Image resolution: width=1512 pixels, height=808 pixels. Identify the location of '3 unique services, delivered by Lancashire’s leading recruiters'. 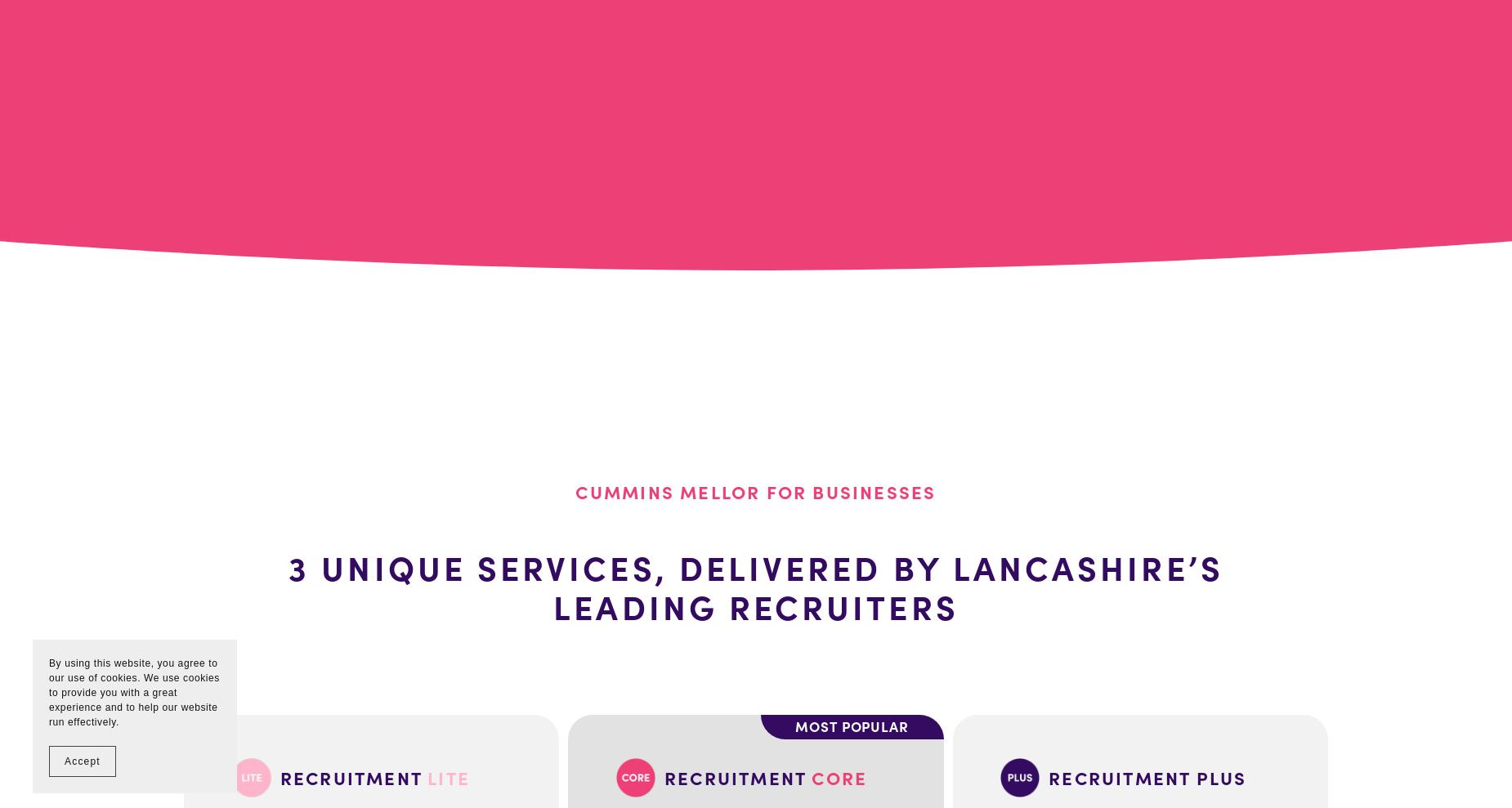
(287, 585).